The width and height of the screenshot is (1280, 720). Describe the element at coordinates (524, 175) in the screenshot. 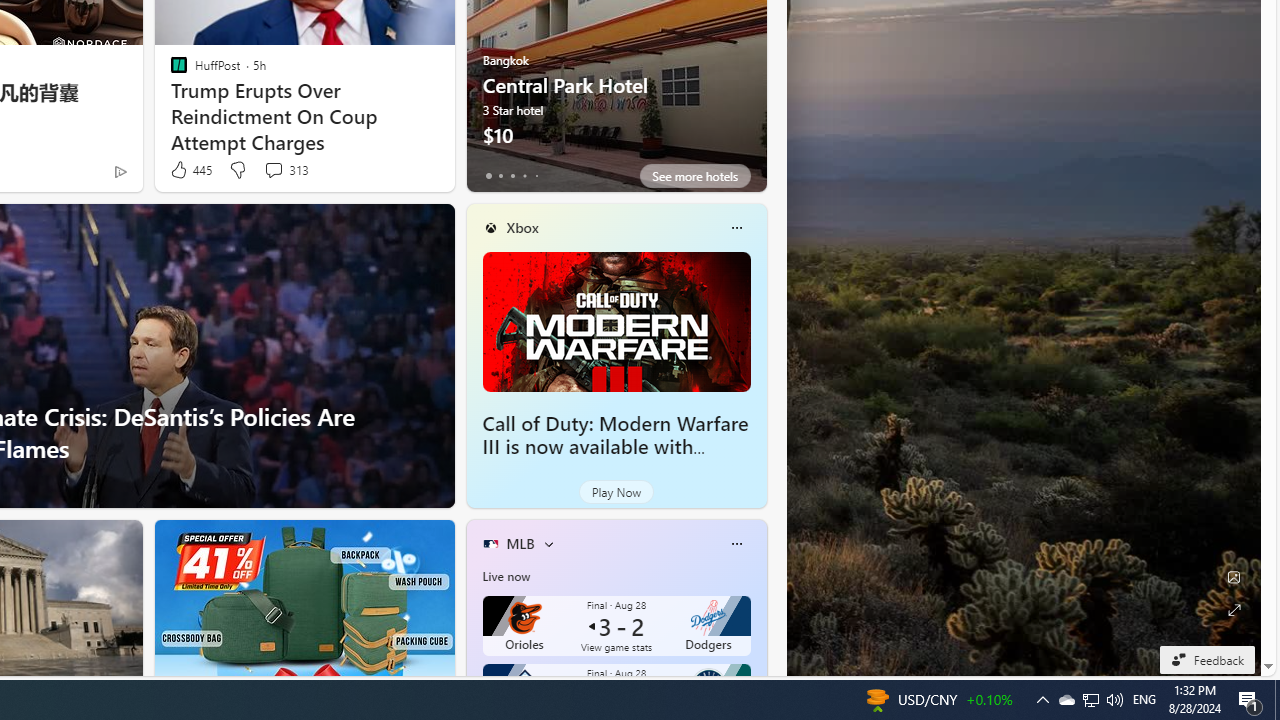

I see `'tab-3'` at that location.